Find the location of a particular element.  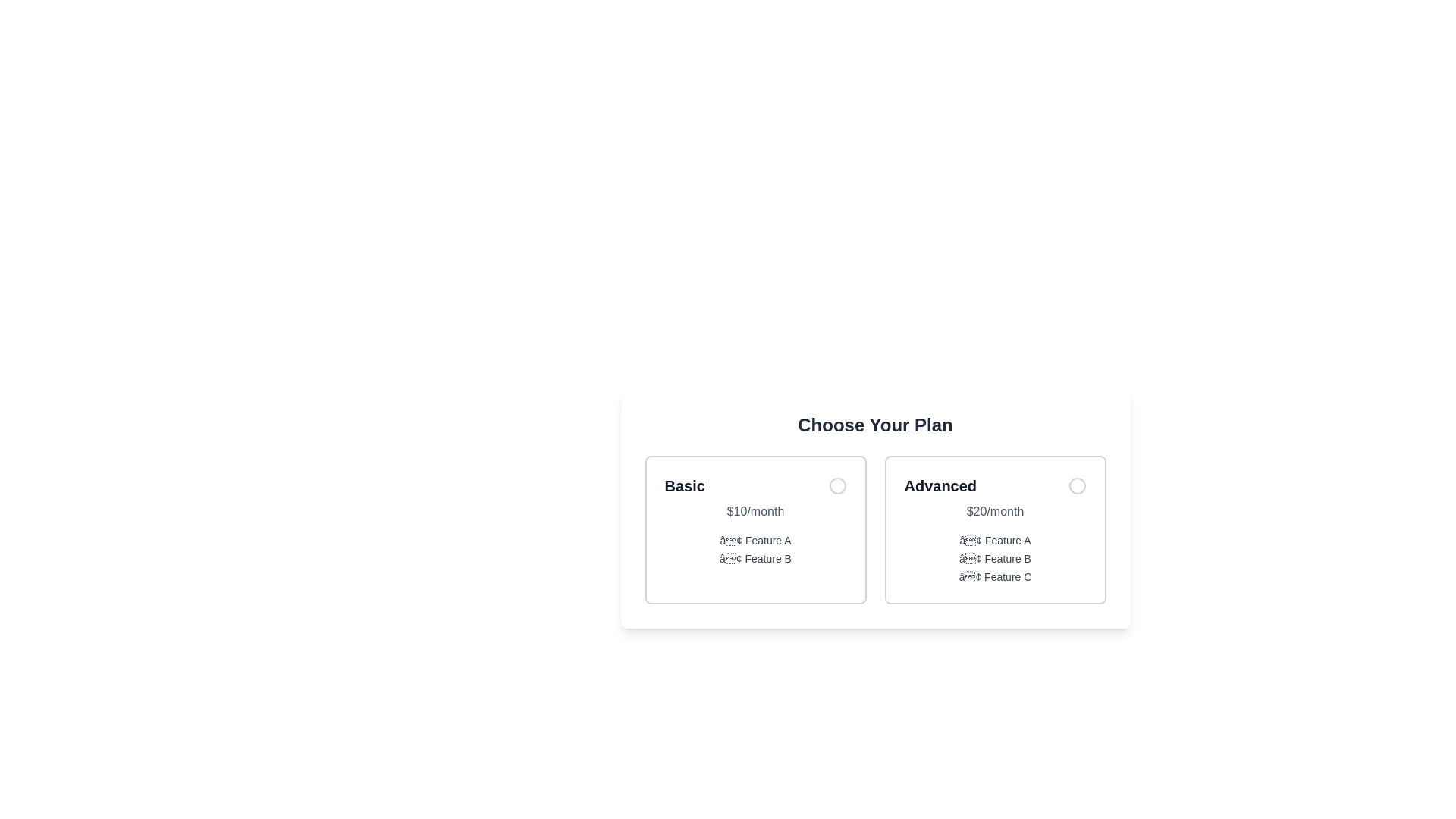

the text describing a feature associated with the 'Advanced' plan, which is the second item in the list of features under the 'Advanced' plan section is located at coordinates (995, 558).